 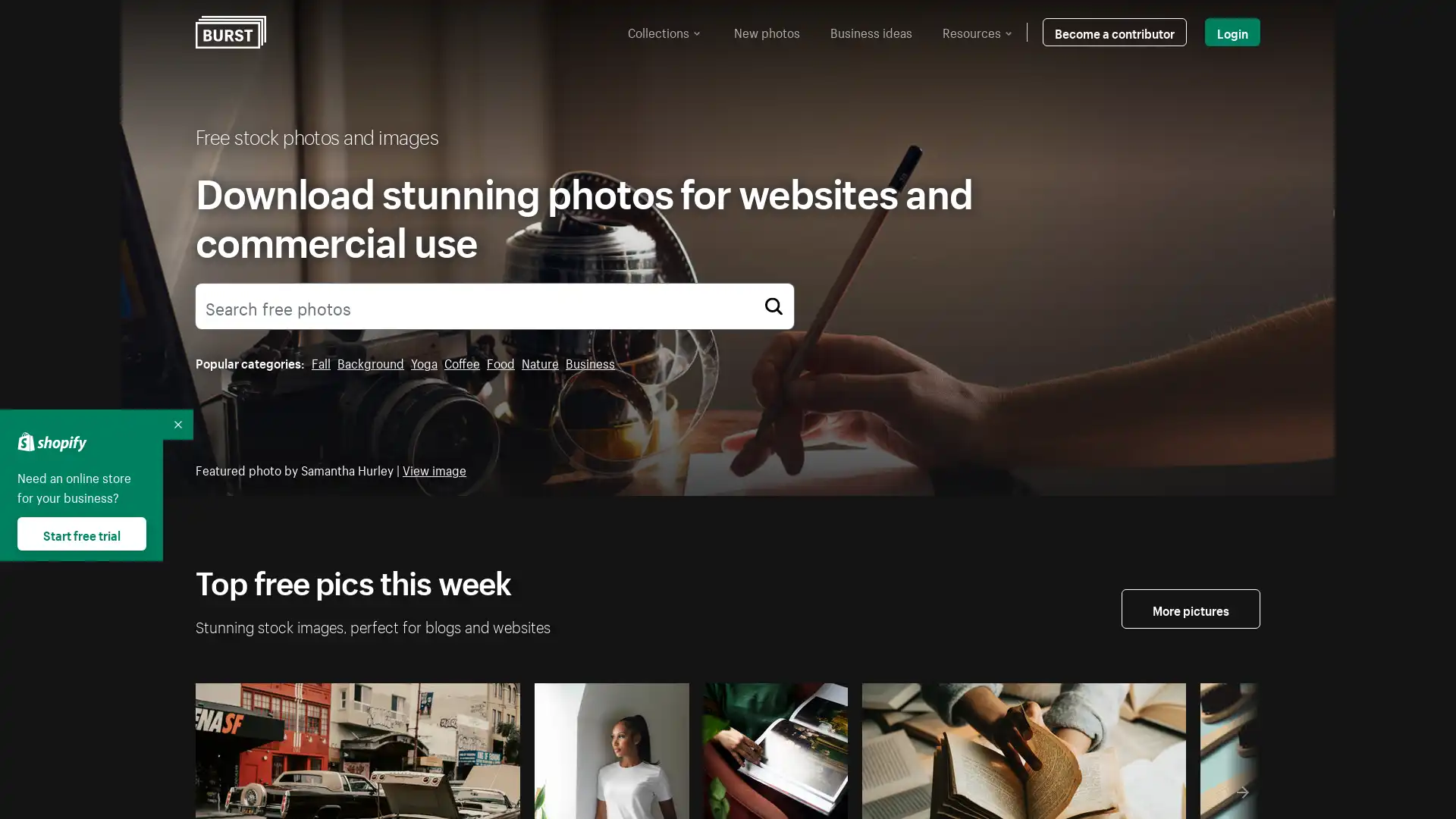 I want to click on Resources, so click(x=977, y=31).